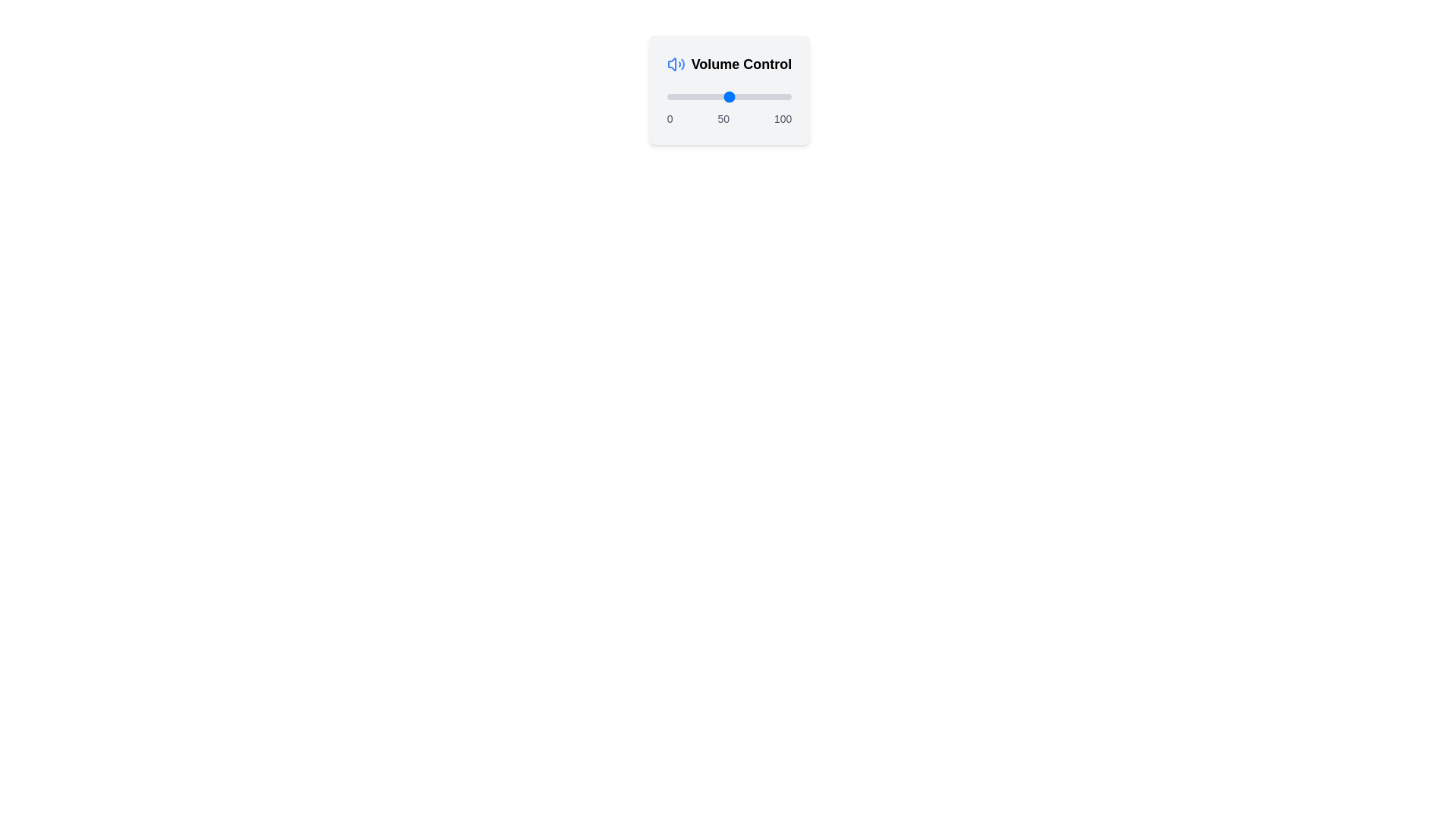  I want to click on the volume, so click(742, 96).